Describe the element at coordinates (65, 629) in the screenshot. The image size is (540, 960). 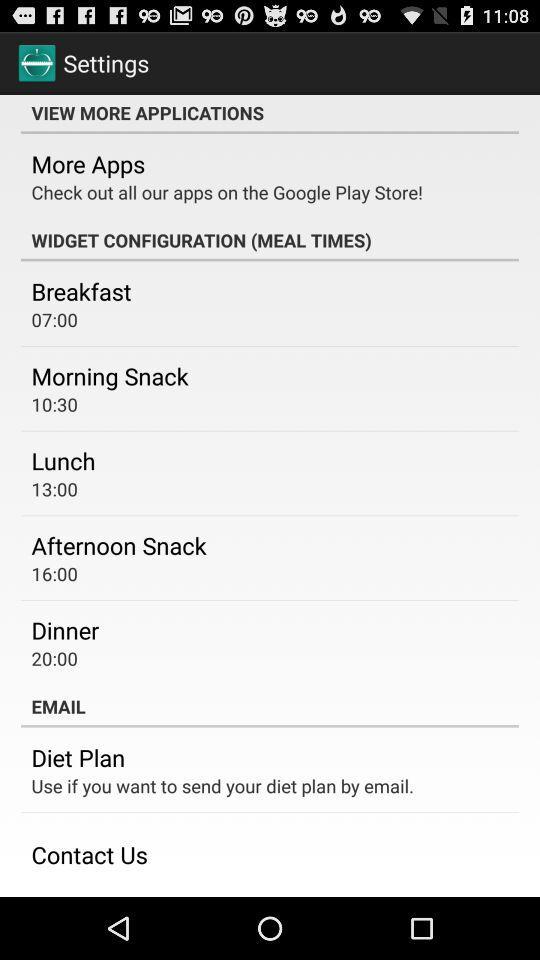
I see `the icon above the 20:00 item` at that location.